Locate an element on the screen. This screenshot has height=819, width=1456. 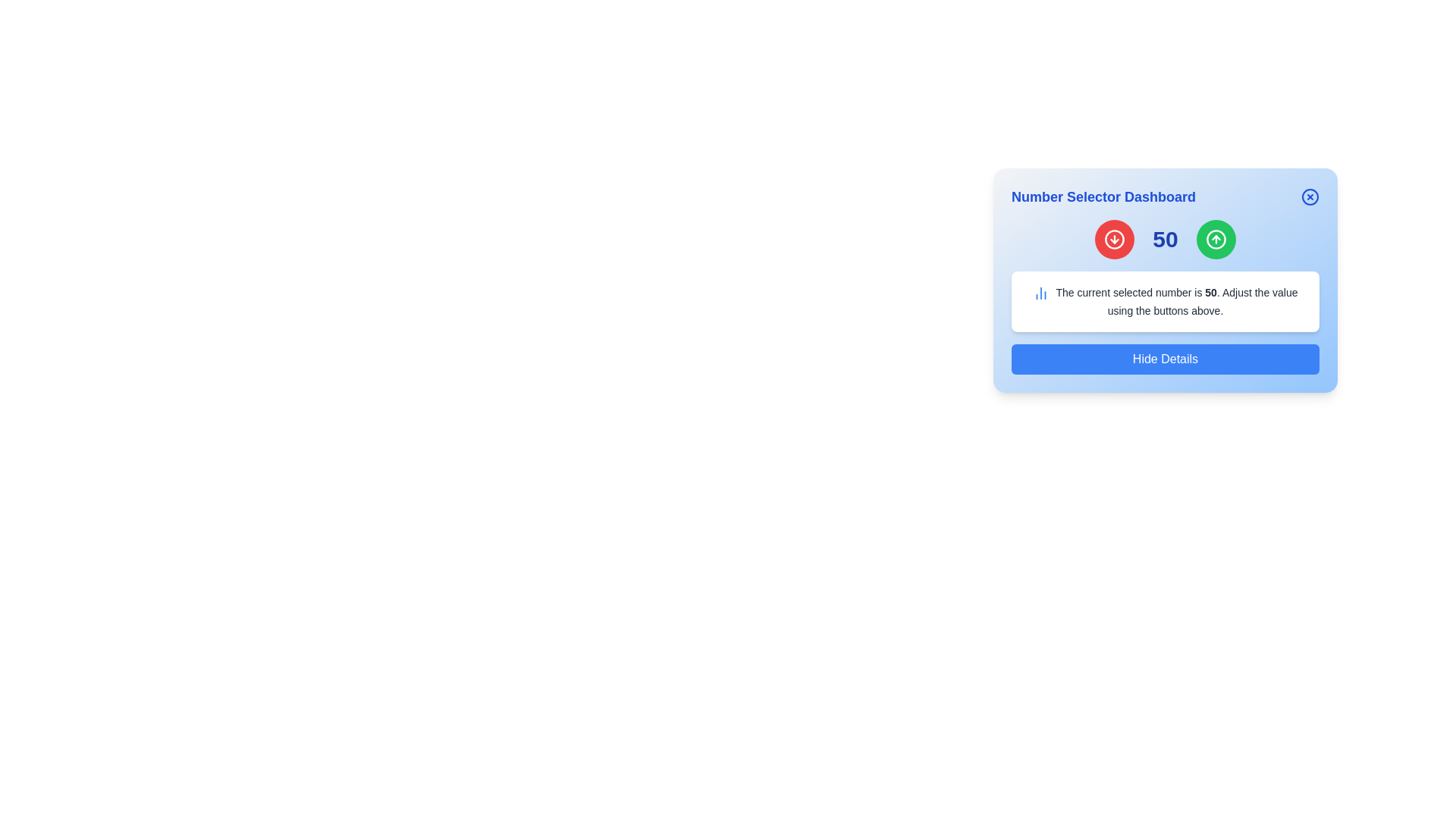
the SVG circle graphic that emphasizes the arrow icon within the right-side control button, located directly to the right of the number '50' is located at coordinates (1216, 239).